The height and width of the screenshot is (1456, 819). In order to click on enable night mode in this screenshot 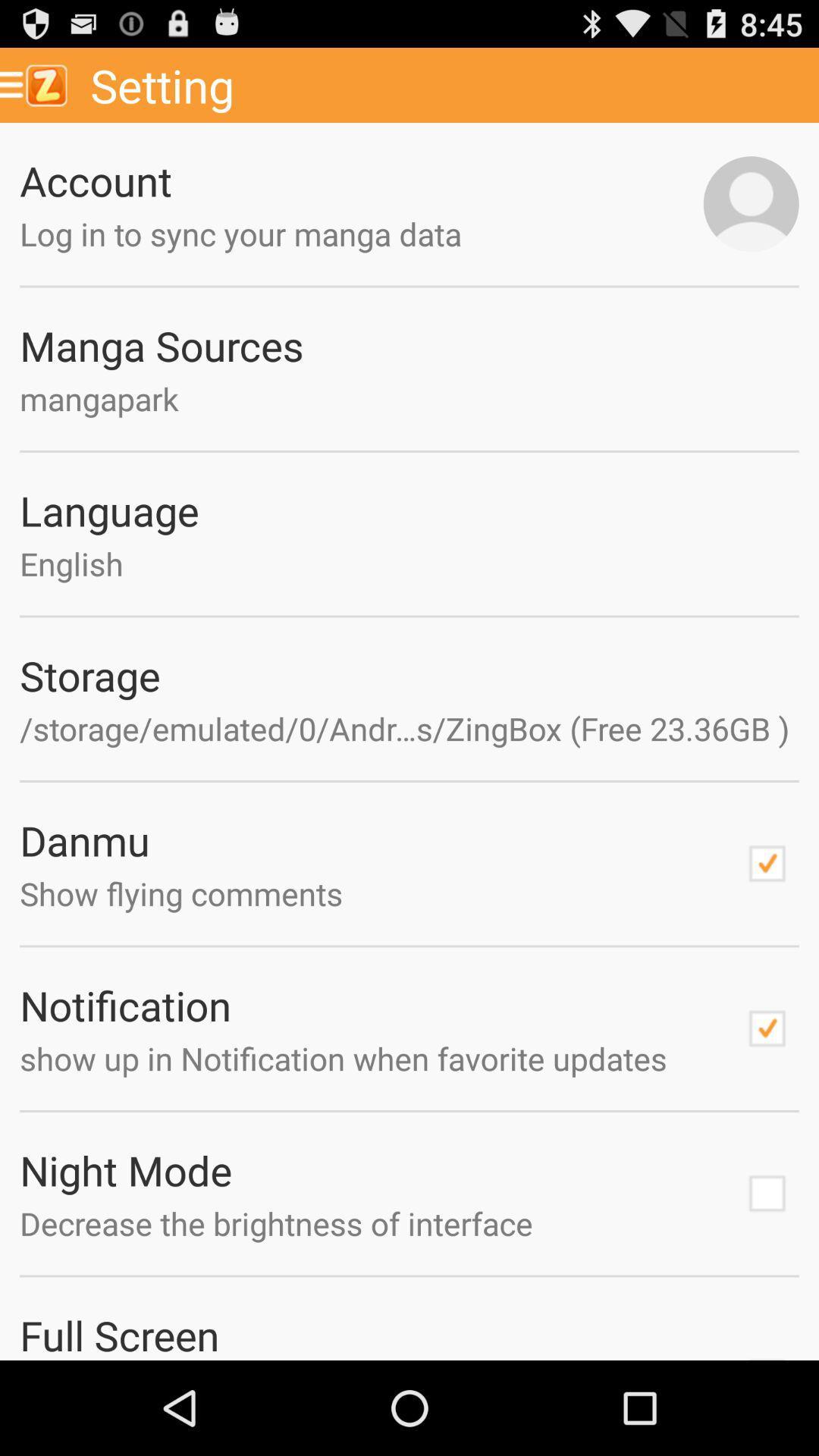, I will do `click(767, 1193)`.